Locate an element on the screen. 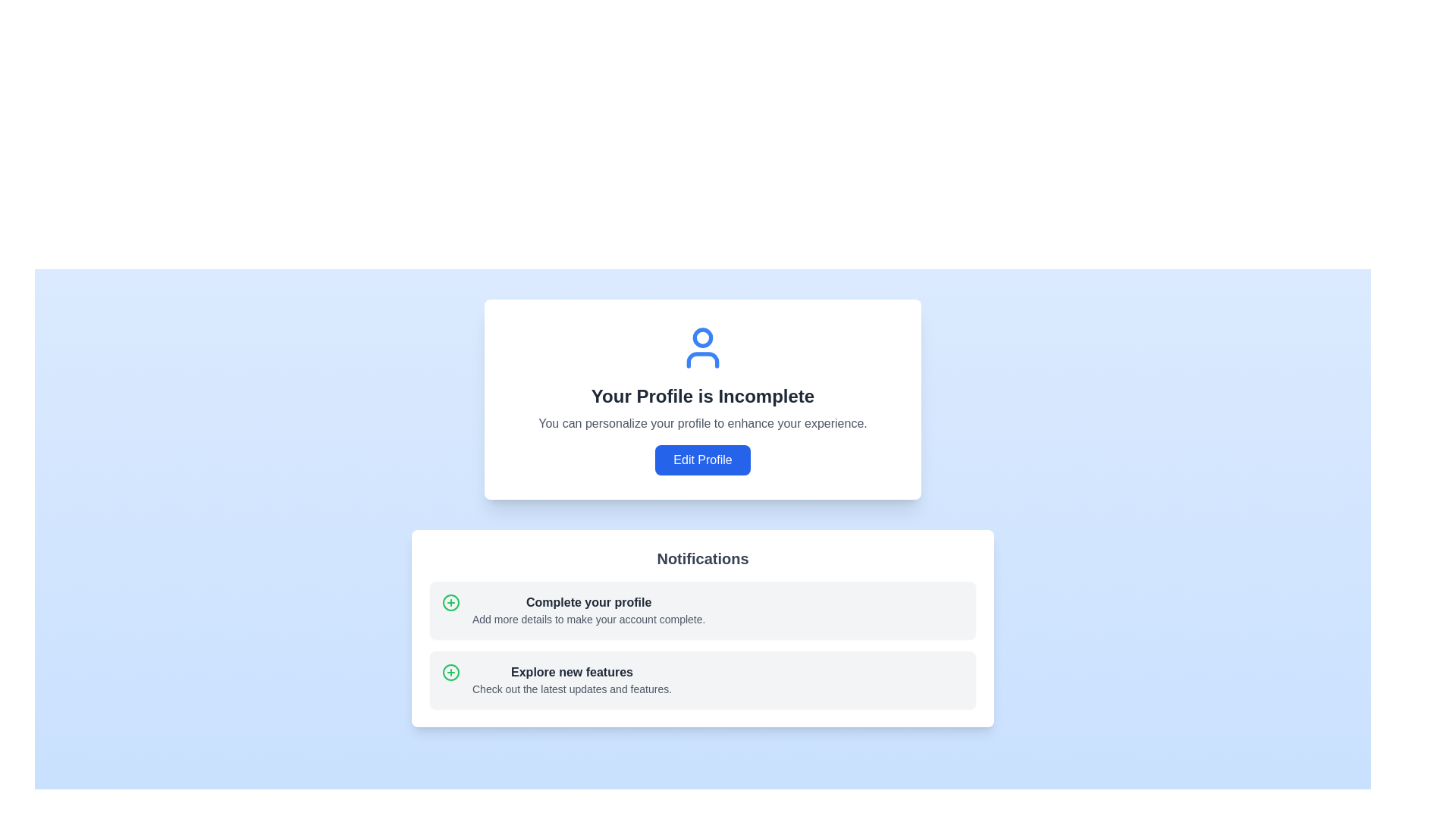 This screenshot has width=1456, height=819. the circular graphical component of the user icon, which represents a user's profile, located in the center of the interface above the 'Edit Profile' button is located at coordinates (701, 336).